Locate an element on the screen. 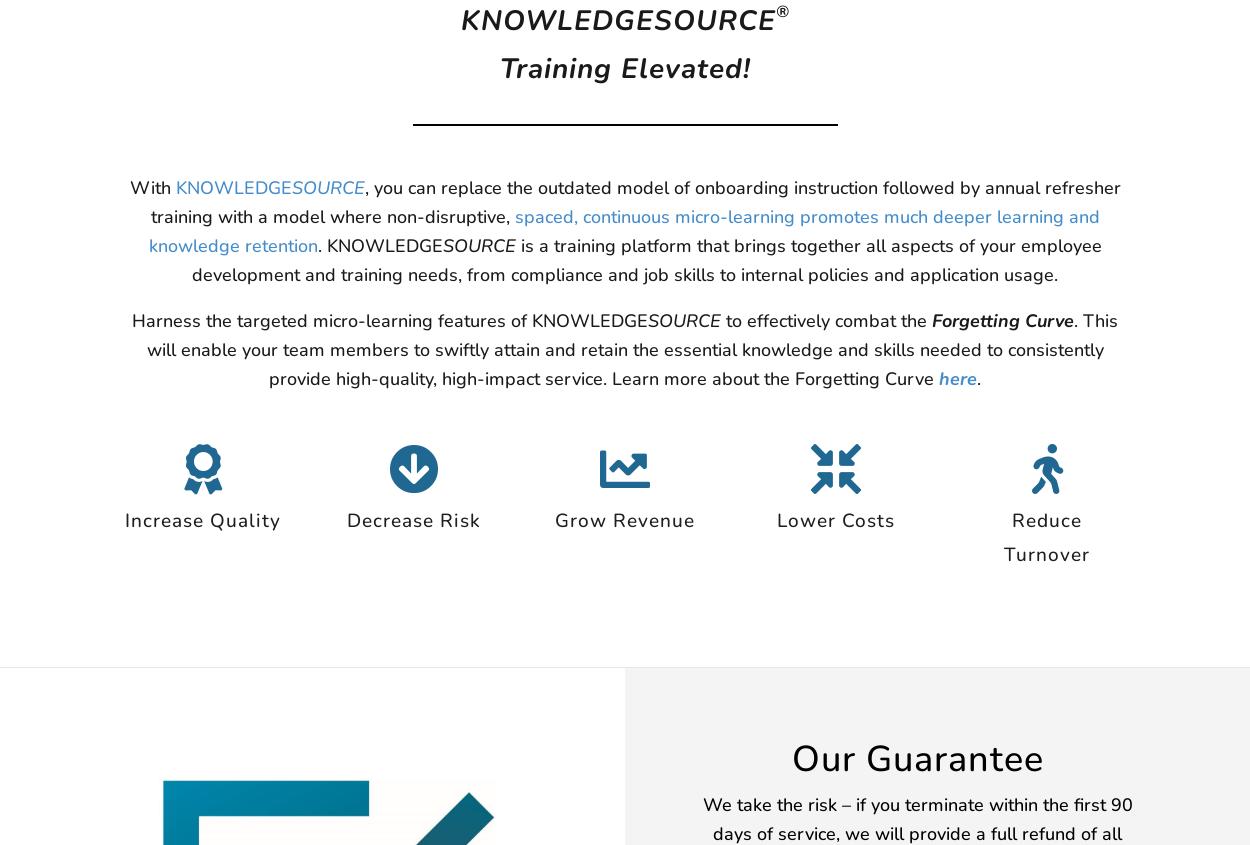  'is a training platform that brings together all aspects of your employee development and training needs, from compliance and job skills to internal policies and application usage.' is located at coordinates (646, 259).